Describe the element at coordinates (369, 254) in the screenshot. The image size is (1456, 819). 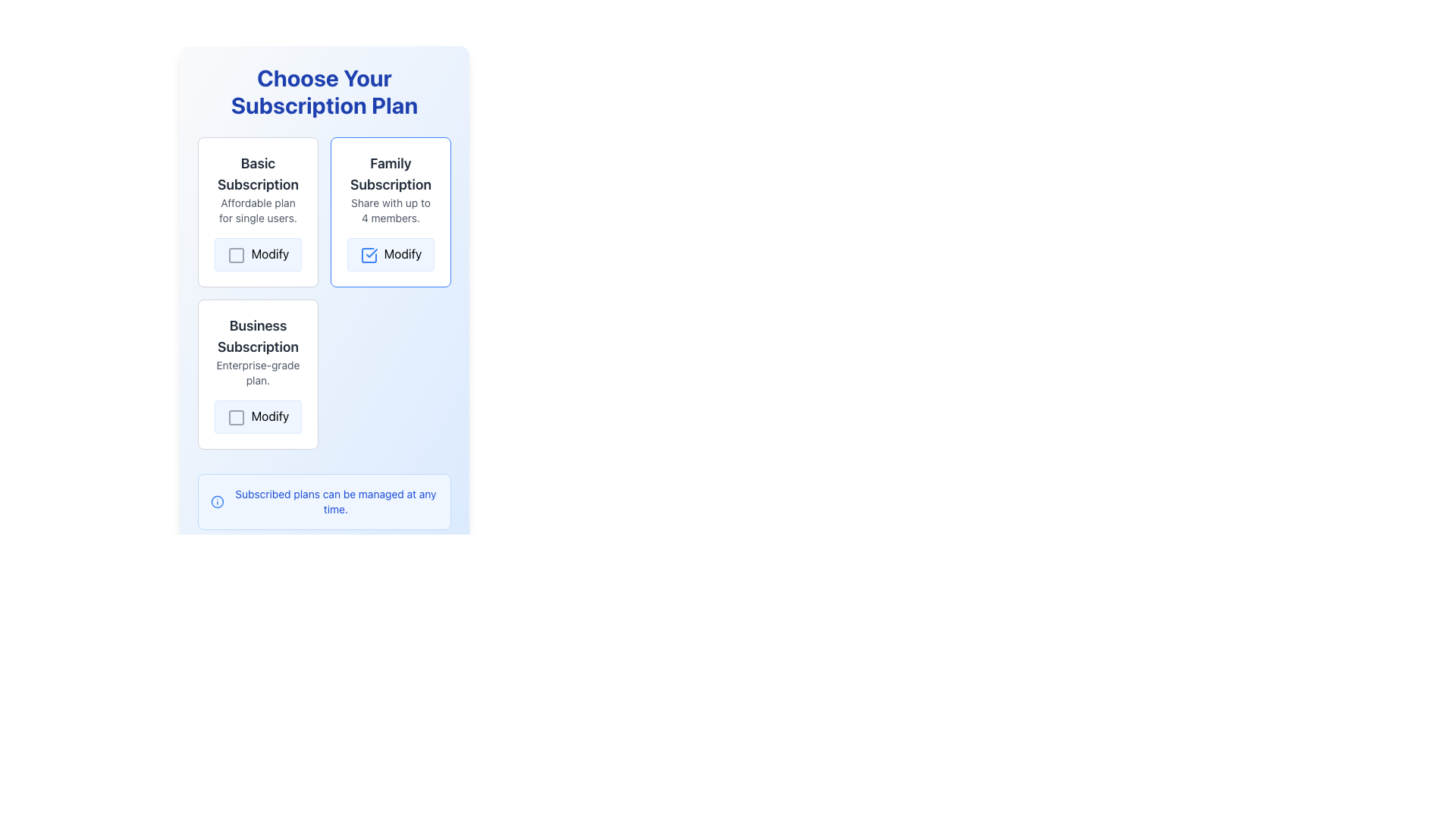
I see `the icon indicating the selected or completed state for the 'Family Subscription' within the 'Modify' button` at that location.